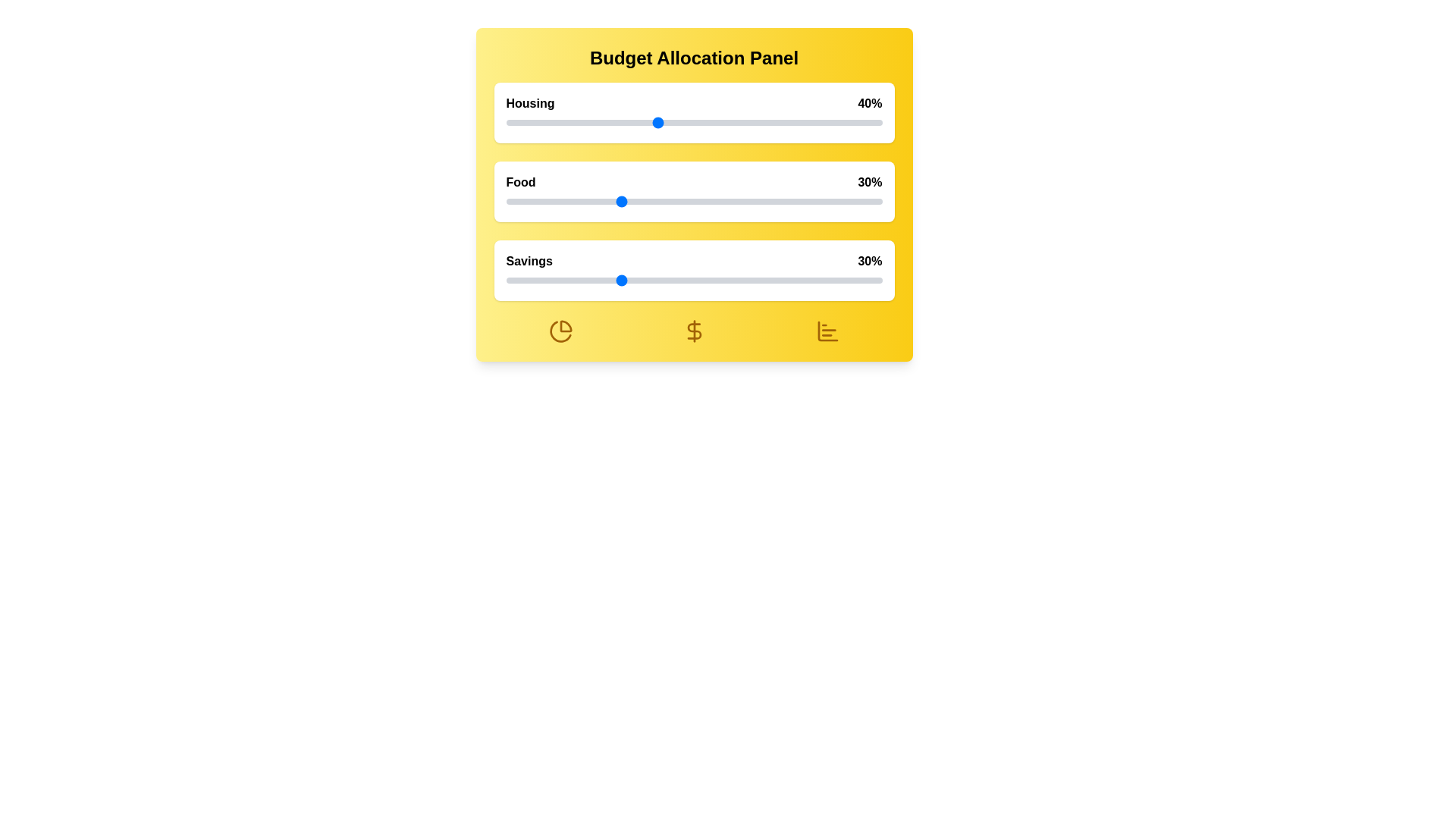 The image size is (1456, 819). What do you see at coordinates (720, 281) in the screenshot?
I see `the slider` at bounding box center [720, 281].